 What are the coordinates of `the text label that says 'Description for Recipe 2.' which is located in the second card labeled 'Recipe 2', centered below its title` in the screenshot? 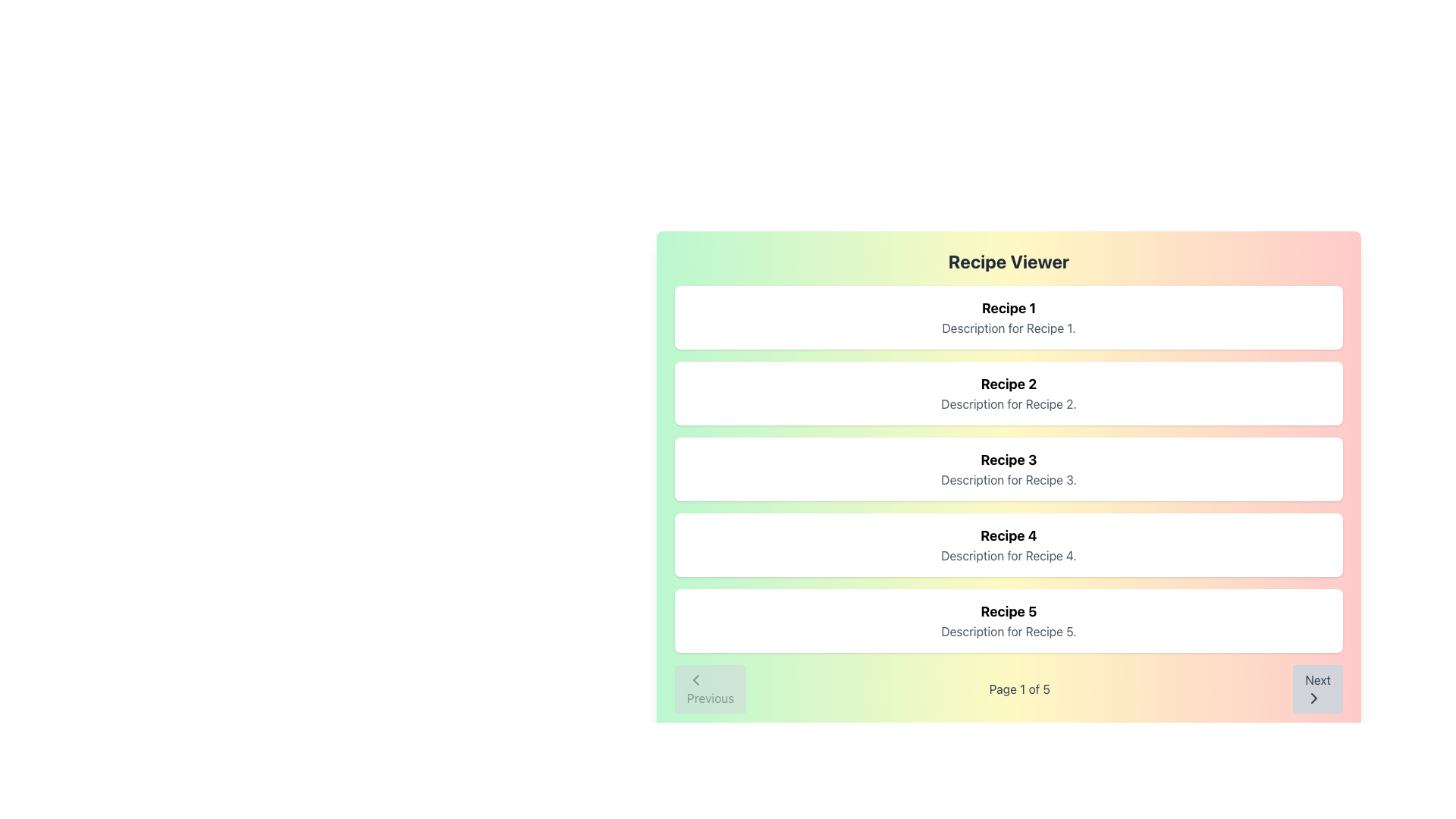 It's located at (1009, 403).